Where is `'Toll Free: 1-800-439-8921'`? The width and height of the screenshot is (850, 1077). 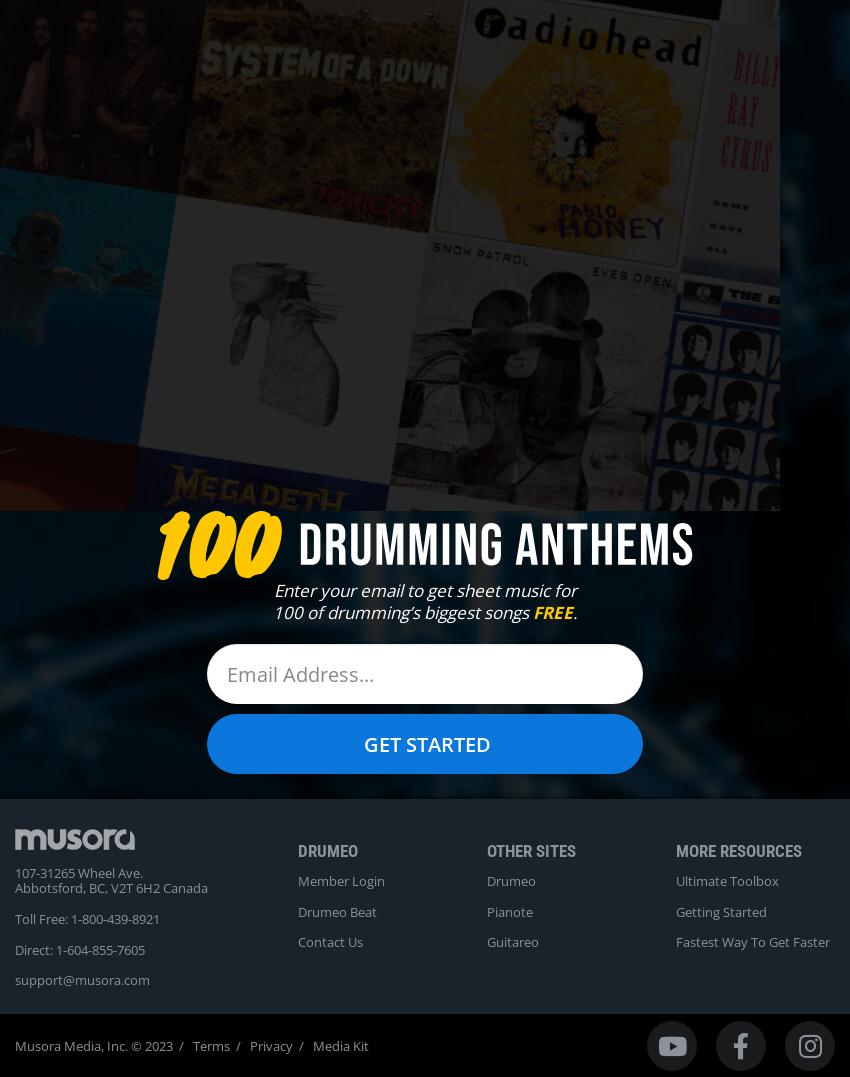 'Toll Free: 1-800-439-8921' is located at coordinates (86, 917).